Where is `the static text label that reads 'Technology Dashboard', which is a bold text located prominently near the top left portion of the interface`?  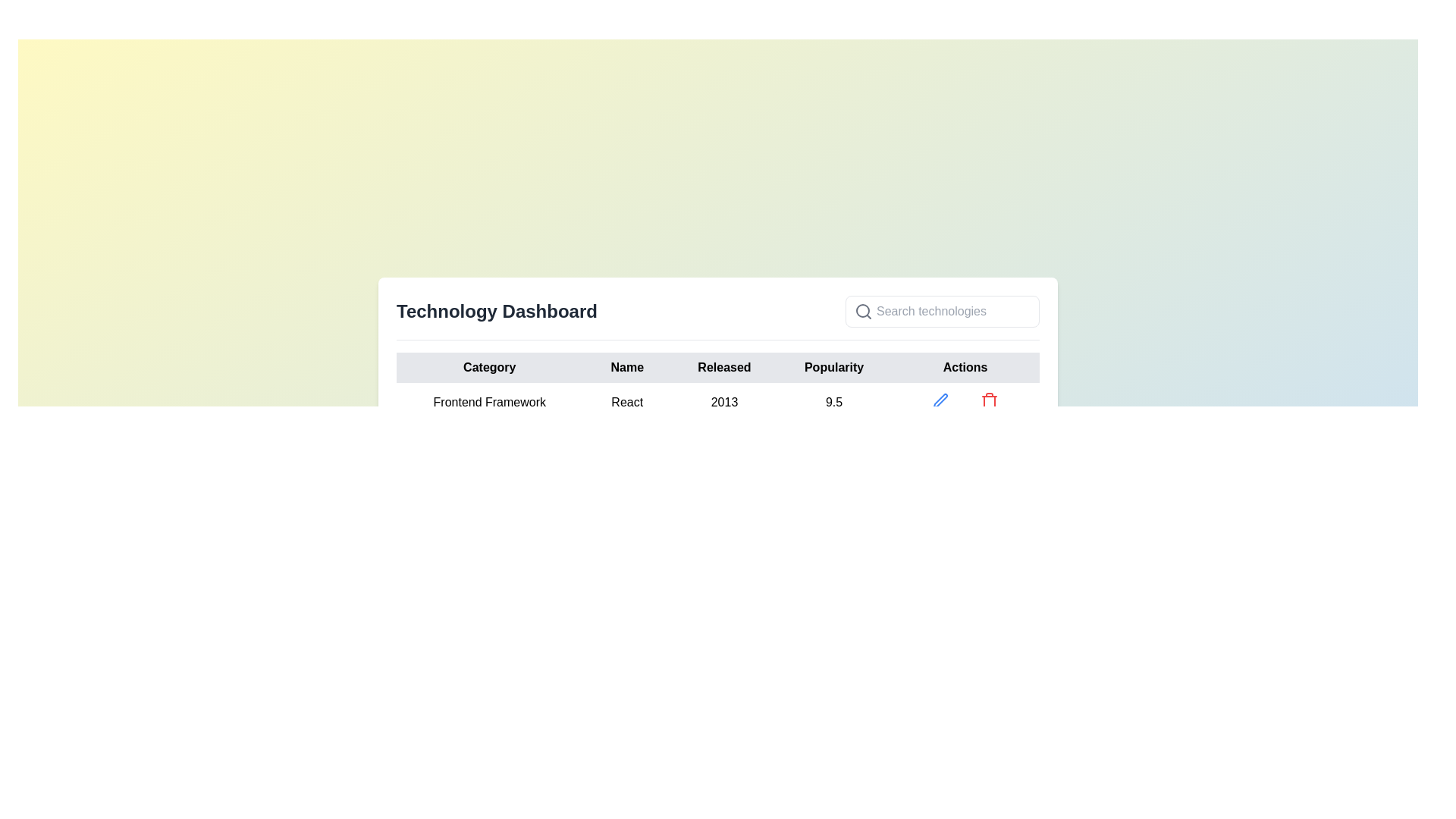
the static text label that reads 'Technology Dashboard', which is a bold text located prominently near the top left portion of the interface is located at coordinates (497, 311).